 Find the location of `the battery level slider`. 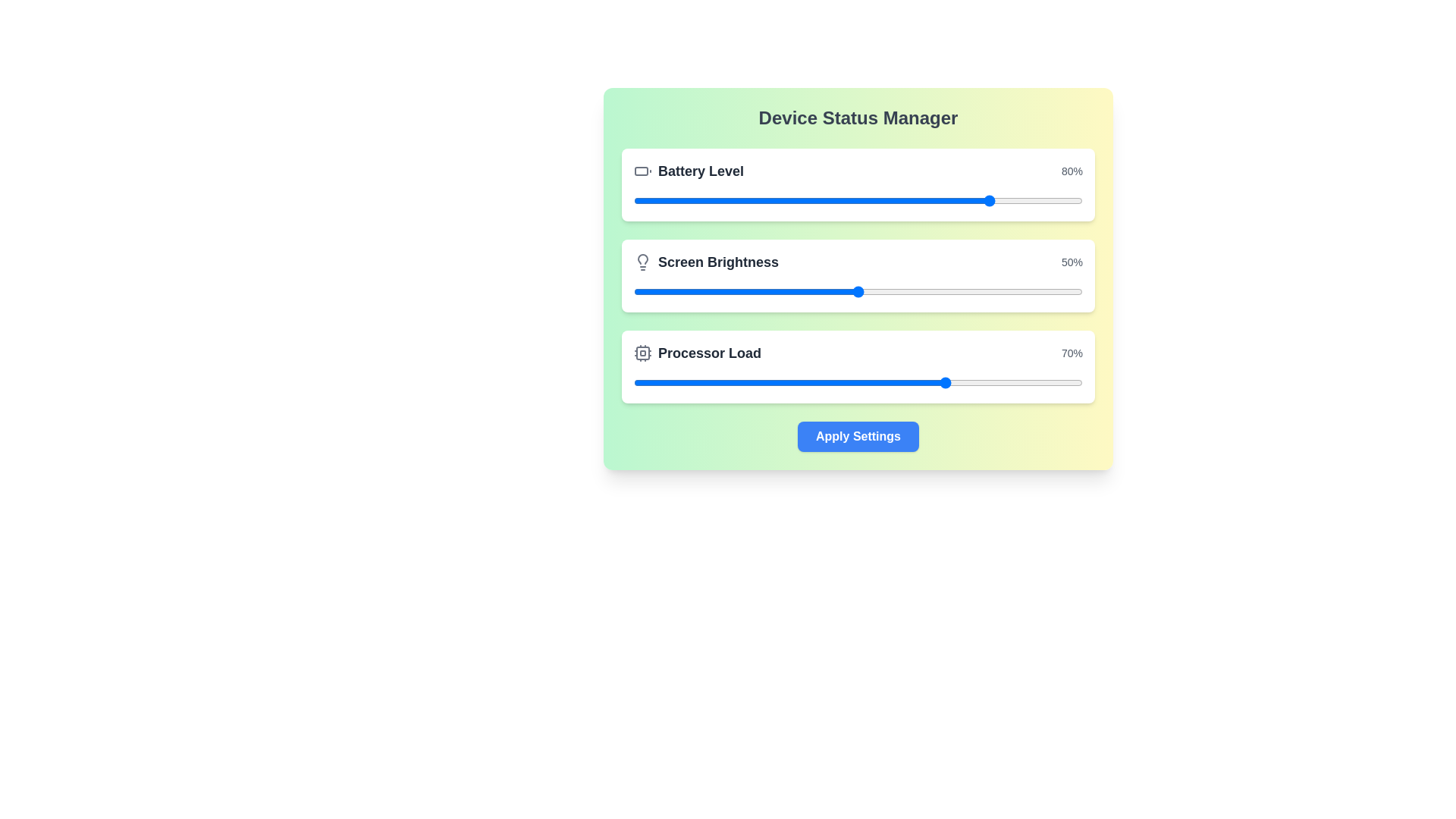

the battery level slider is located at coordinates (844, 200).